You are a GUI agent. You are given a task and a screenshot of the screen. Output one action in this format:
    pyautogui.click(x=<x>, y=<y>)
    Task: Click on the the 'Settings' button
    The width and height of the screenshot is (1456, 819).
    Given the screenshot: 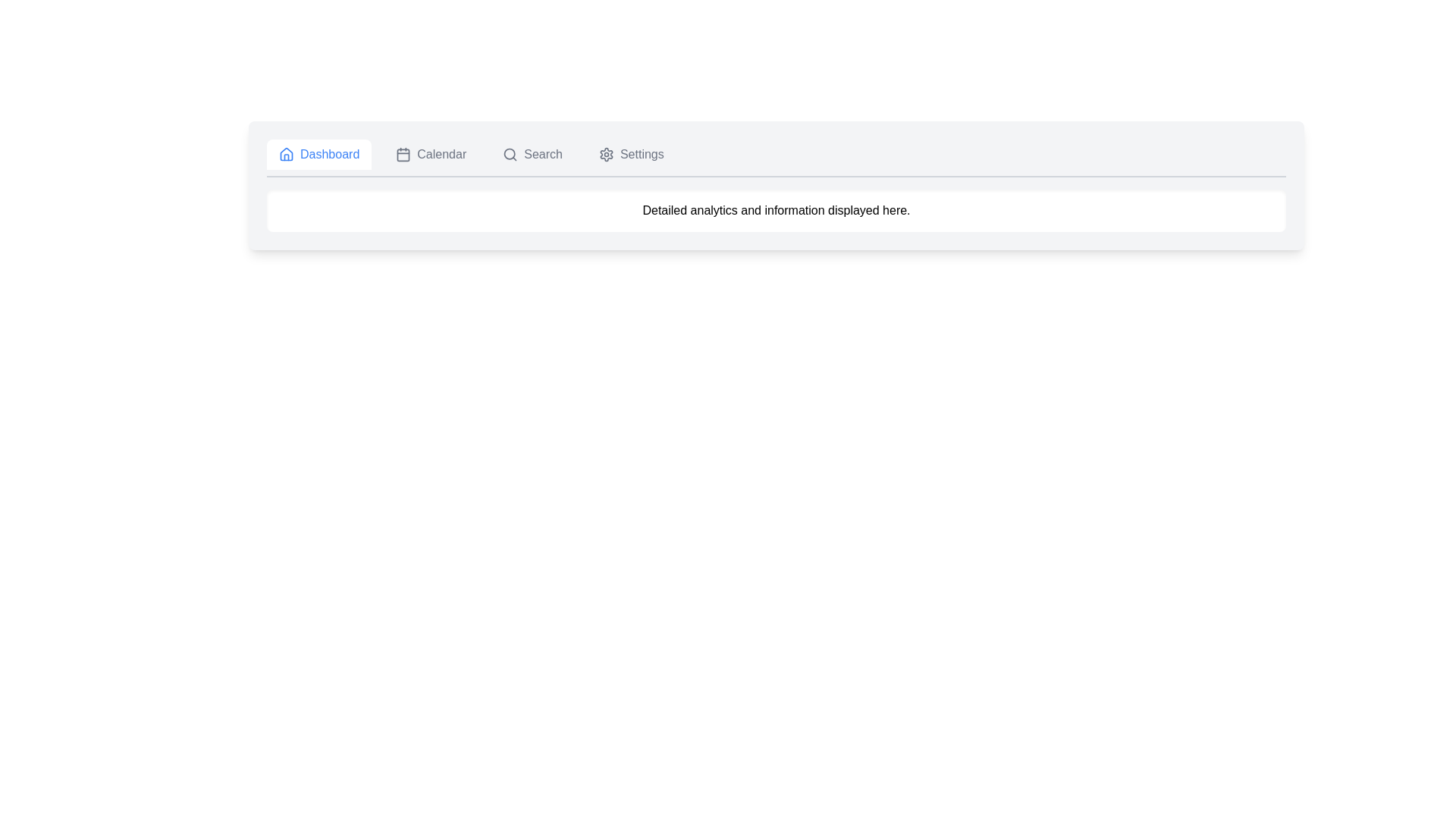 What is the action you would take?
    pyautogui.click(x=631, y=155)
    